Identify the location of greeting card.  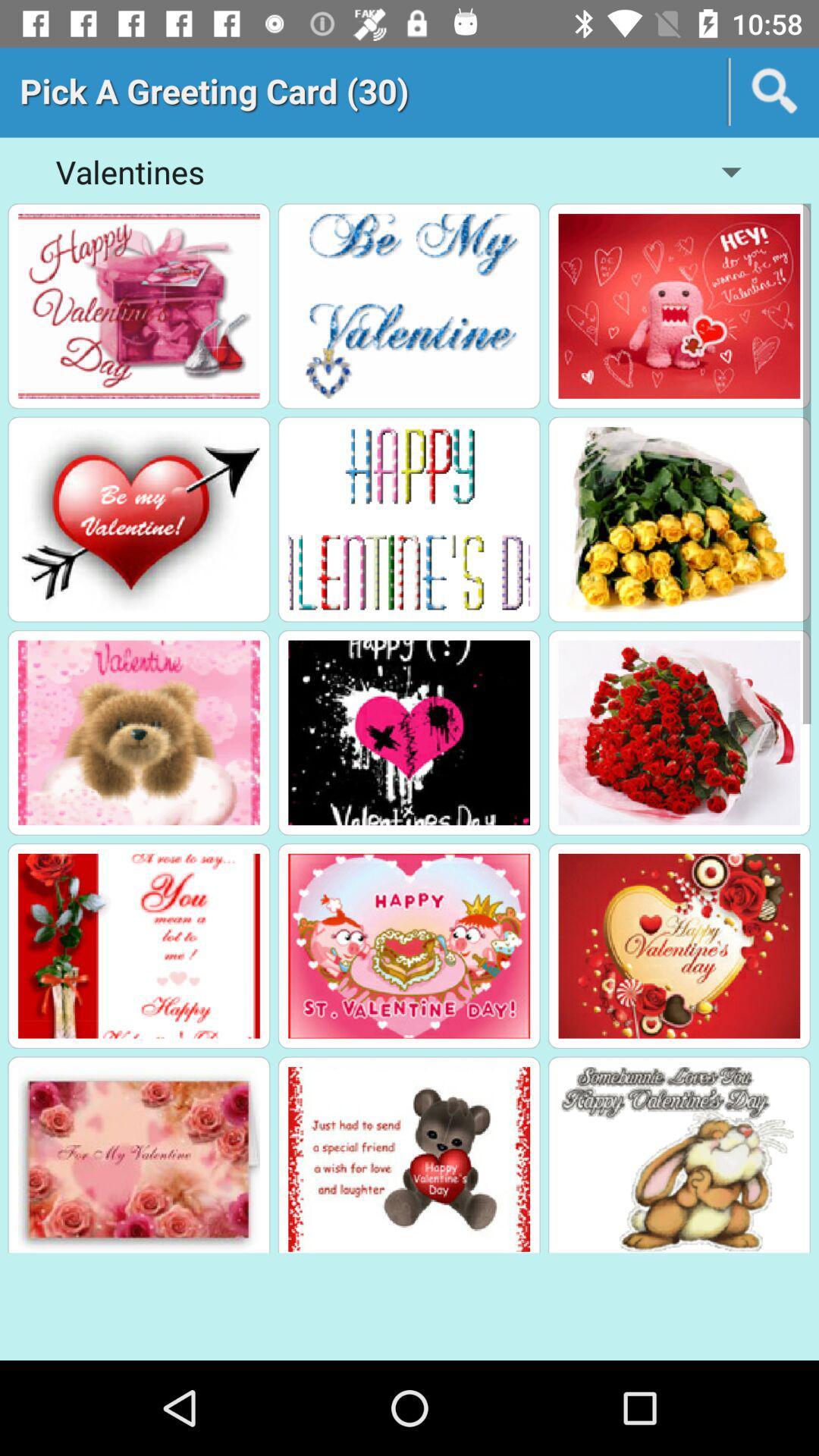
(408, 945).